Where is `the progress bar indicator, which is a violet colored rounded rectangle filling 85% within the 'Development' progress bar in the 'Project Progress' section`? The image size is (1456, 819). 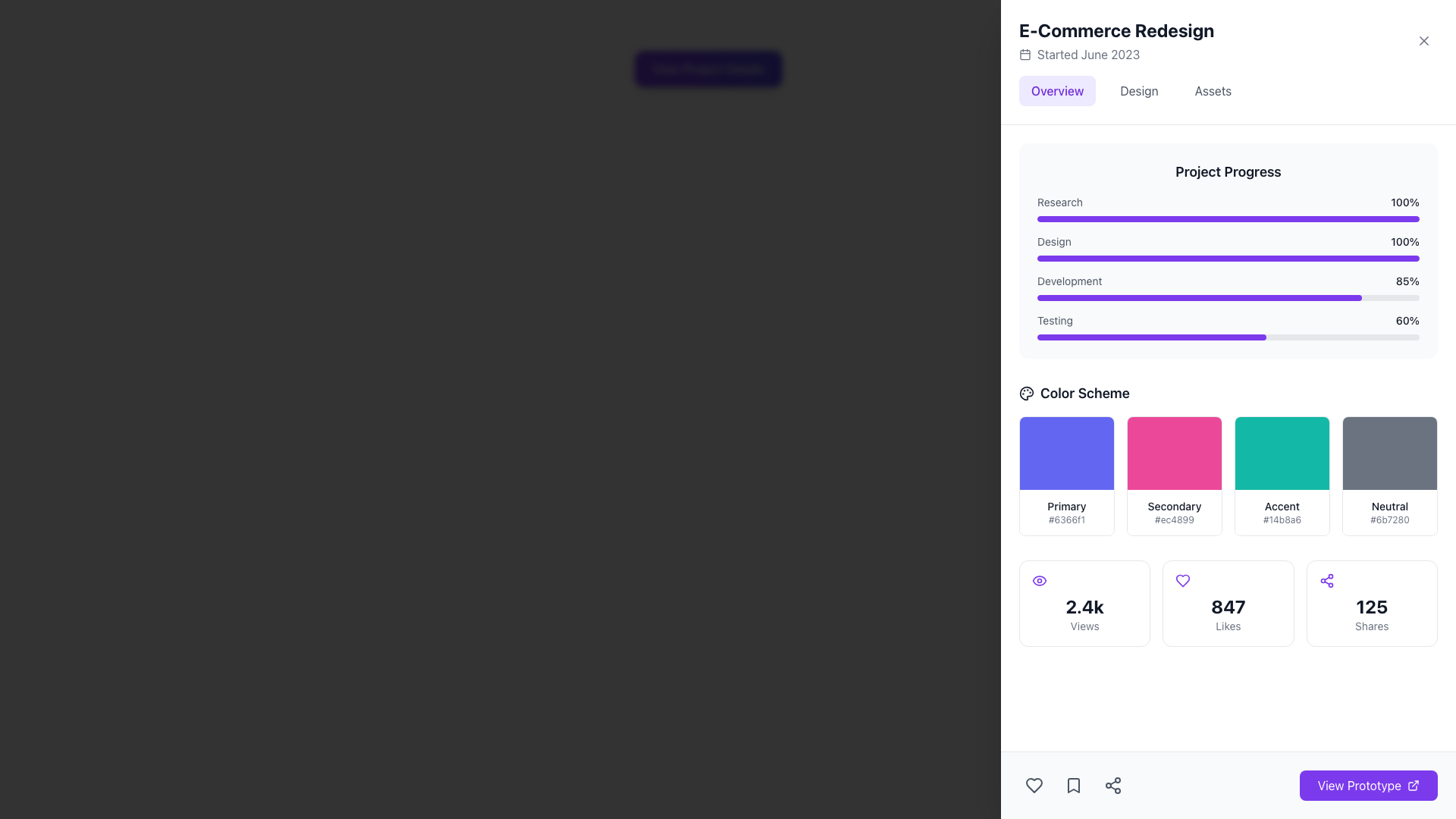 the progress bar indicator, which is a violet colored rounded rectangle filling 85% within the 'Development' progress bar in the 'Project Progress' section is located at coordinates (1199, 298).